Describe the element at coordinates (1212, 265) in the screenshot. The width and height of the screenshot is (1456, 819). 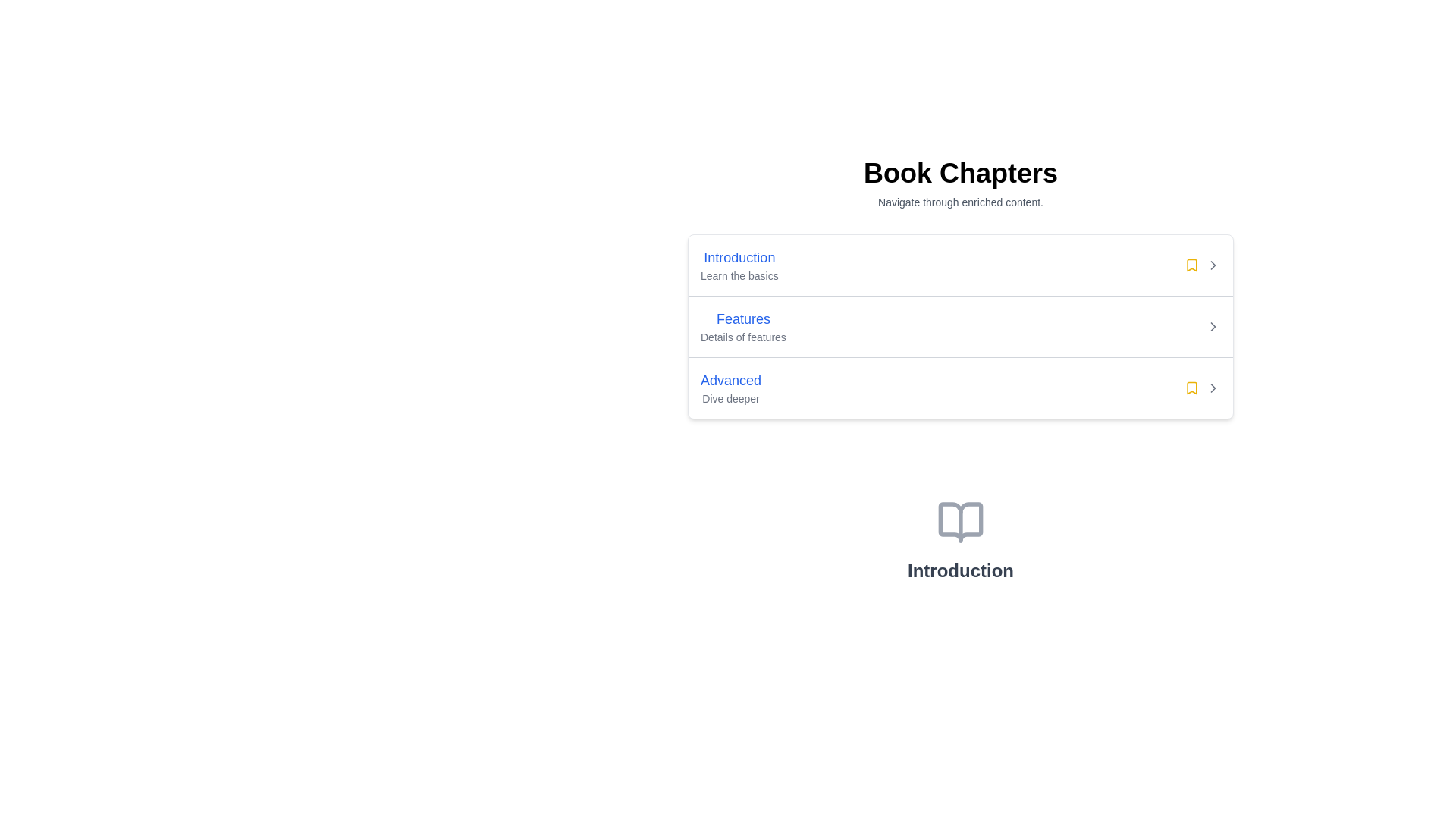
I see `the right-facing chevron icon, which indicates navigation or progression, located at the rightmost end of its row, adjacent to a yellow bookmark icon` at that location.